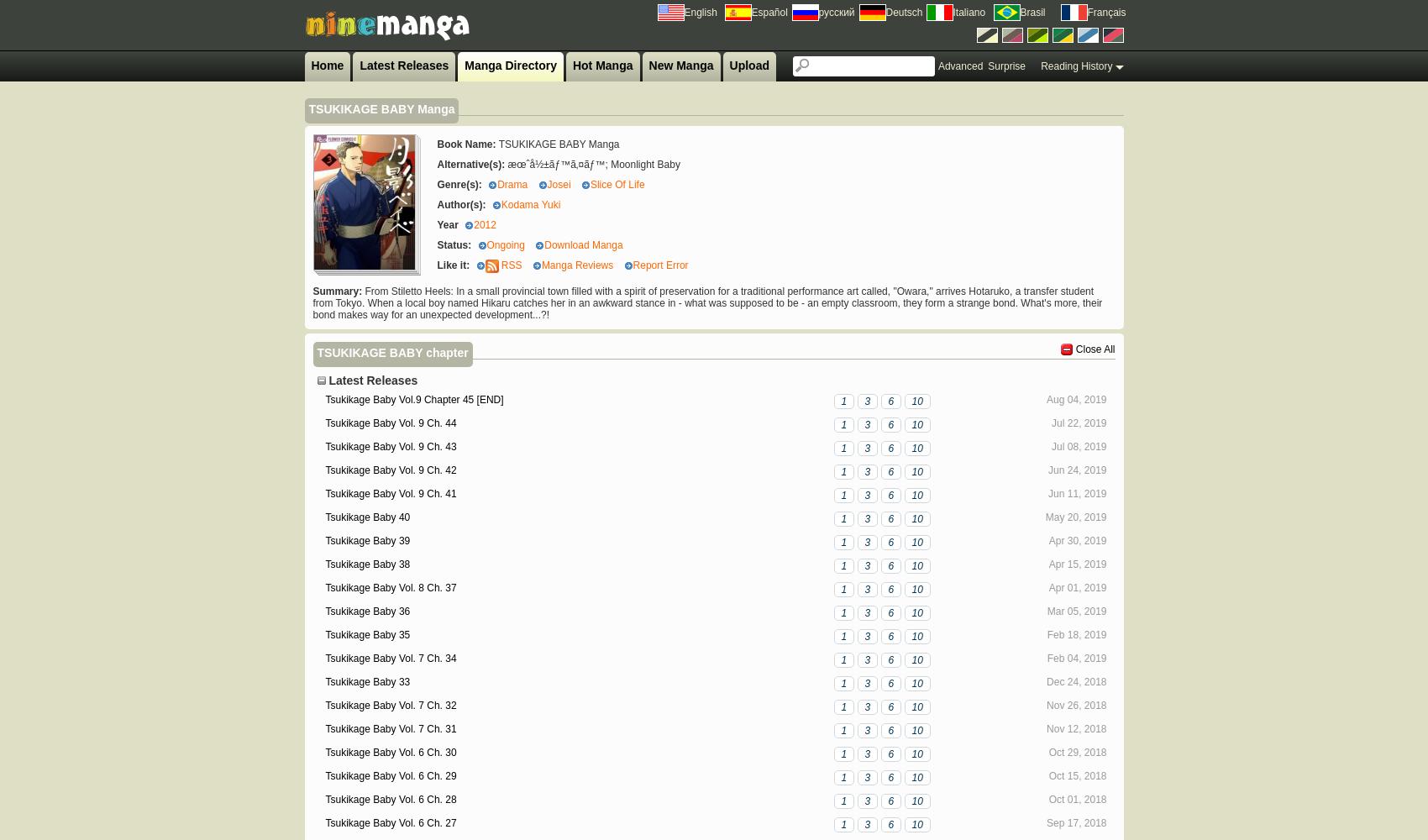  Describe the element at coordinates (403, 65) in the screenshot. I see `'Latest Releases'` at that location.